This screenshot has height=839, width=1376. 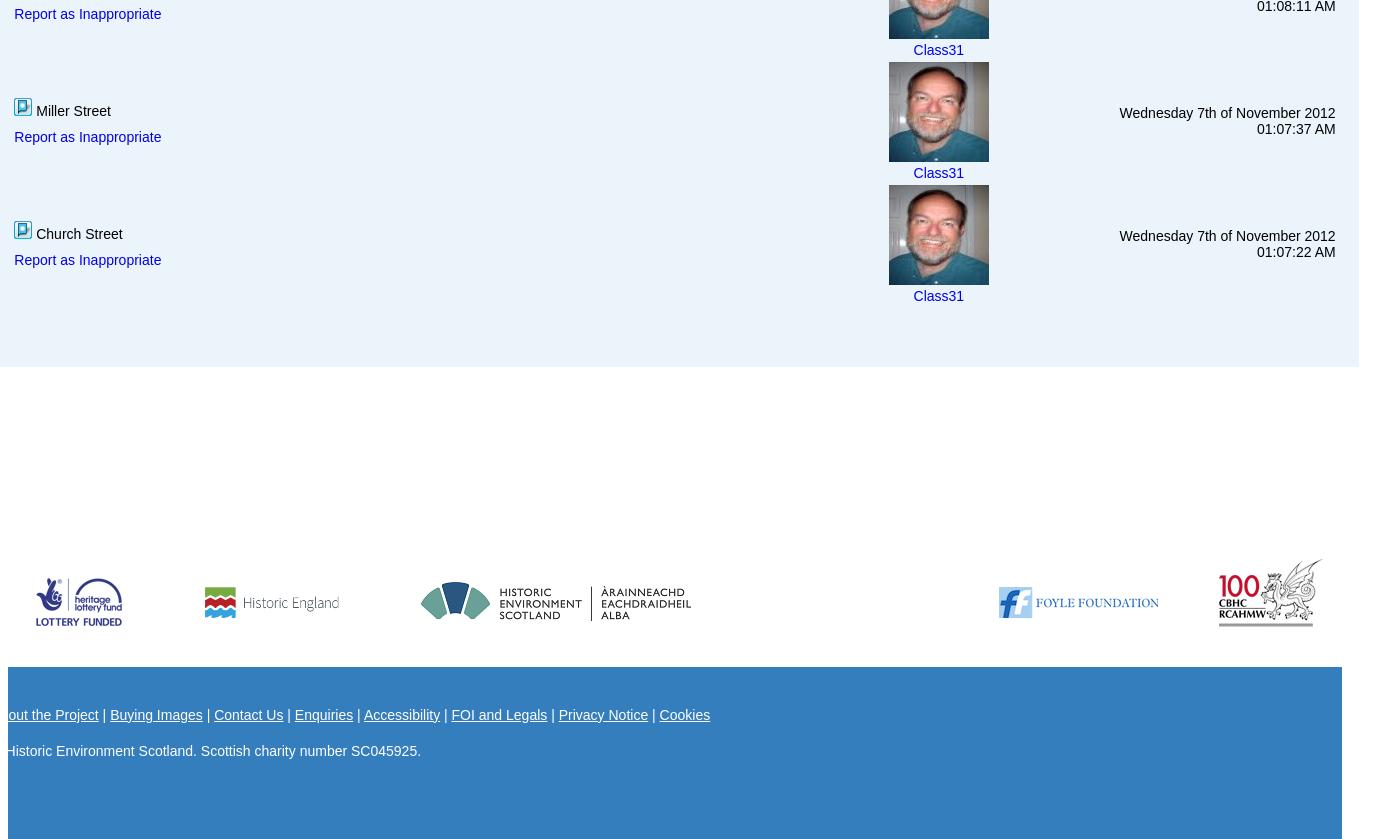 I want to click on 'Cookies', so click(x=684, y=712).